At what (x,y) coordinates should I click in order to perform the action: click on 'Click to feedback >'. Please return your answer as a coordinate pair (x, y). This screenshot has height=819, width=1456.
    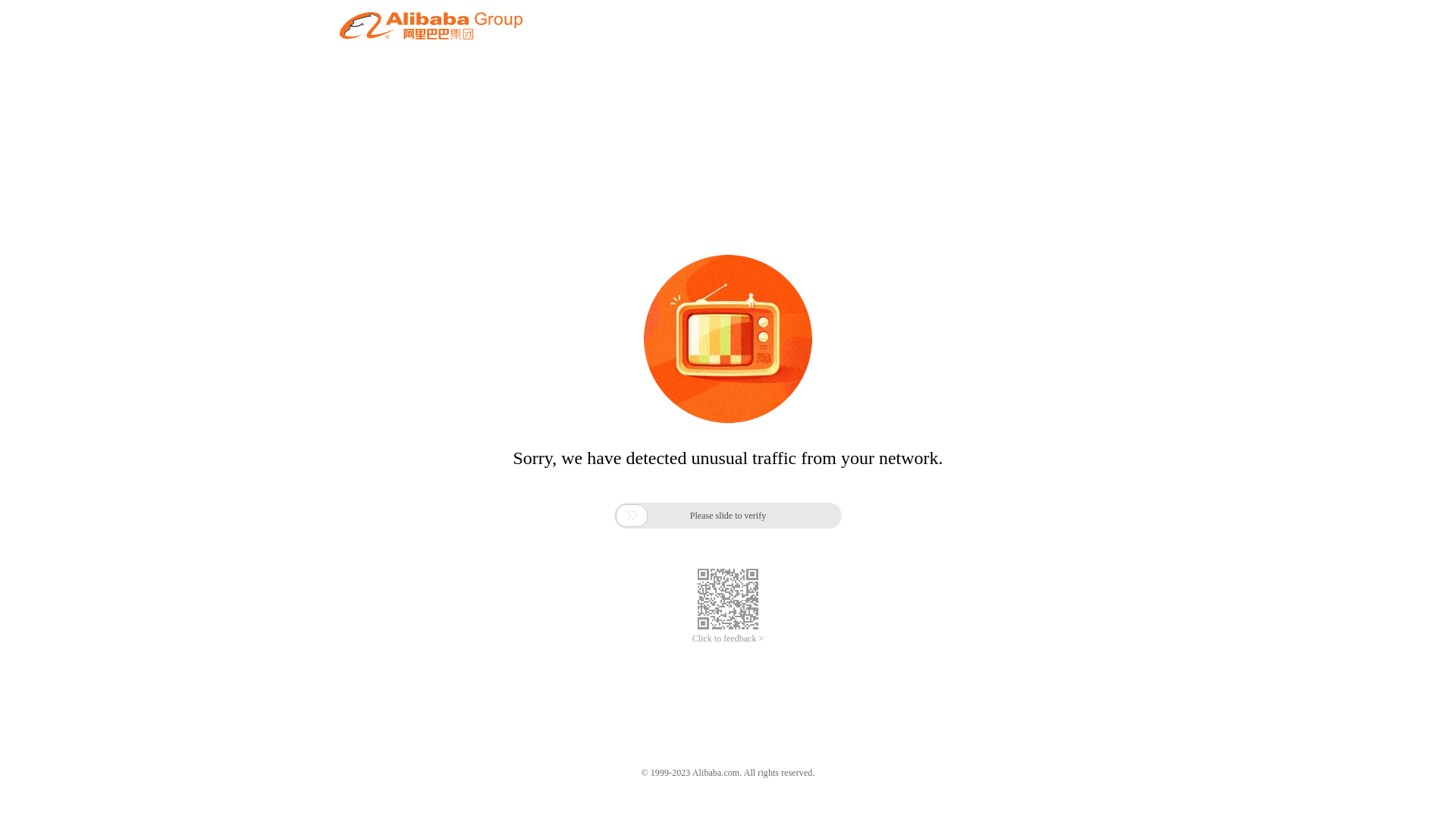
    Looking at the image, I should click on (728, 639).